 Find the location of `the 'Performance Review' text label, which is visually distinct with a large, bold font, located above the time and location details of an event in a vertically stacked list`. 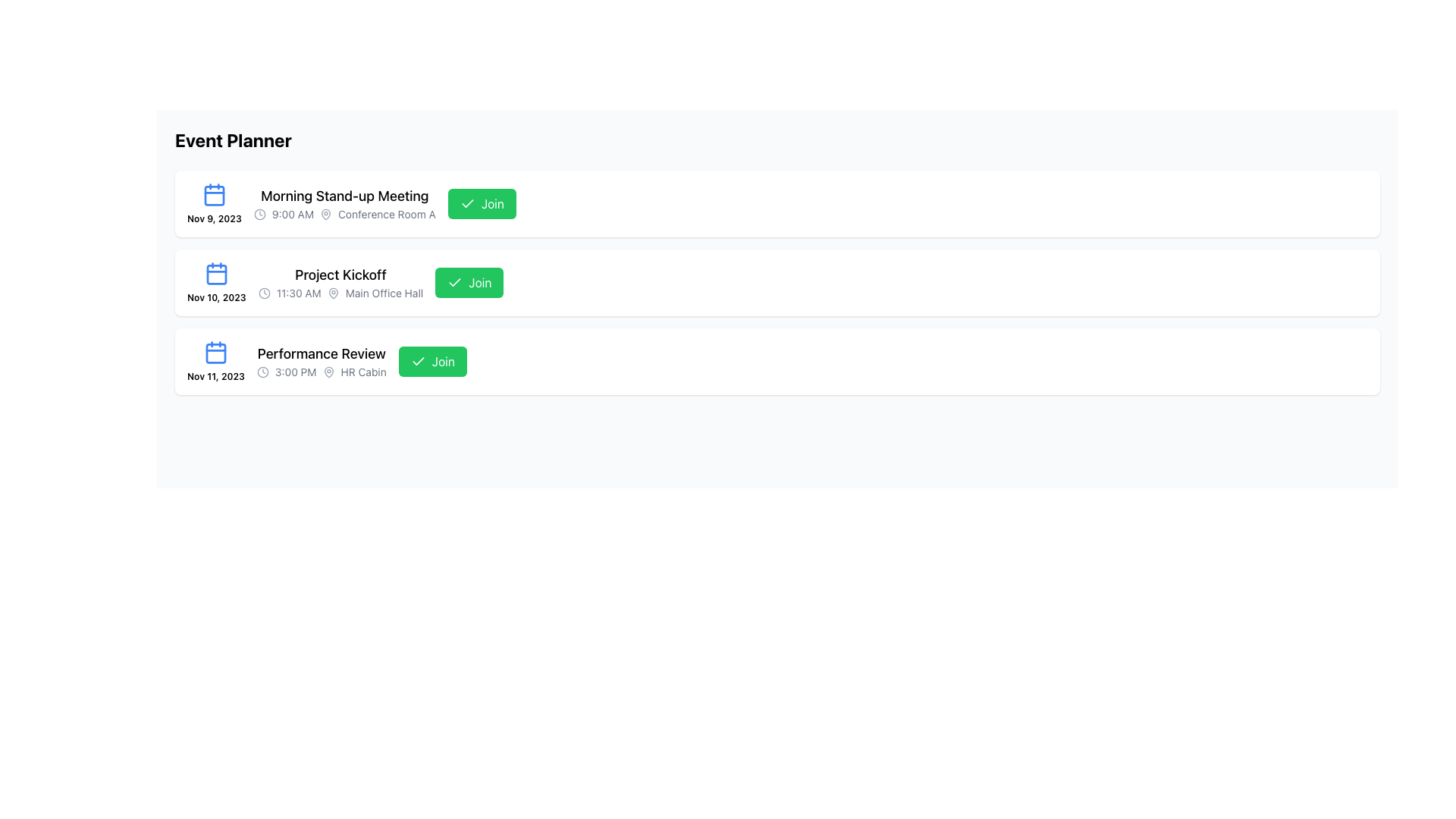

the 'Performance Review' text label, which is visually distinct with a large, bold font, located above the time and location details of an event in a vertically stacked list is located at coordinates (321, 353).